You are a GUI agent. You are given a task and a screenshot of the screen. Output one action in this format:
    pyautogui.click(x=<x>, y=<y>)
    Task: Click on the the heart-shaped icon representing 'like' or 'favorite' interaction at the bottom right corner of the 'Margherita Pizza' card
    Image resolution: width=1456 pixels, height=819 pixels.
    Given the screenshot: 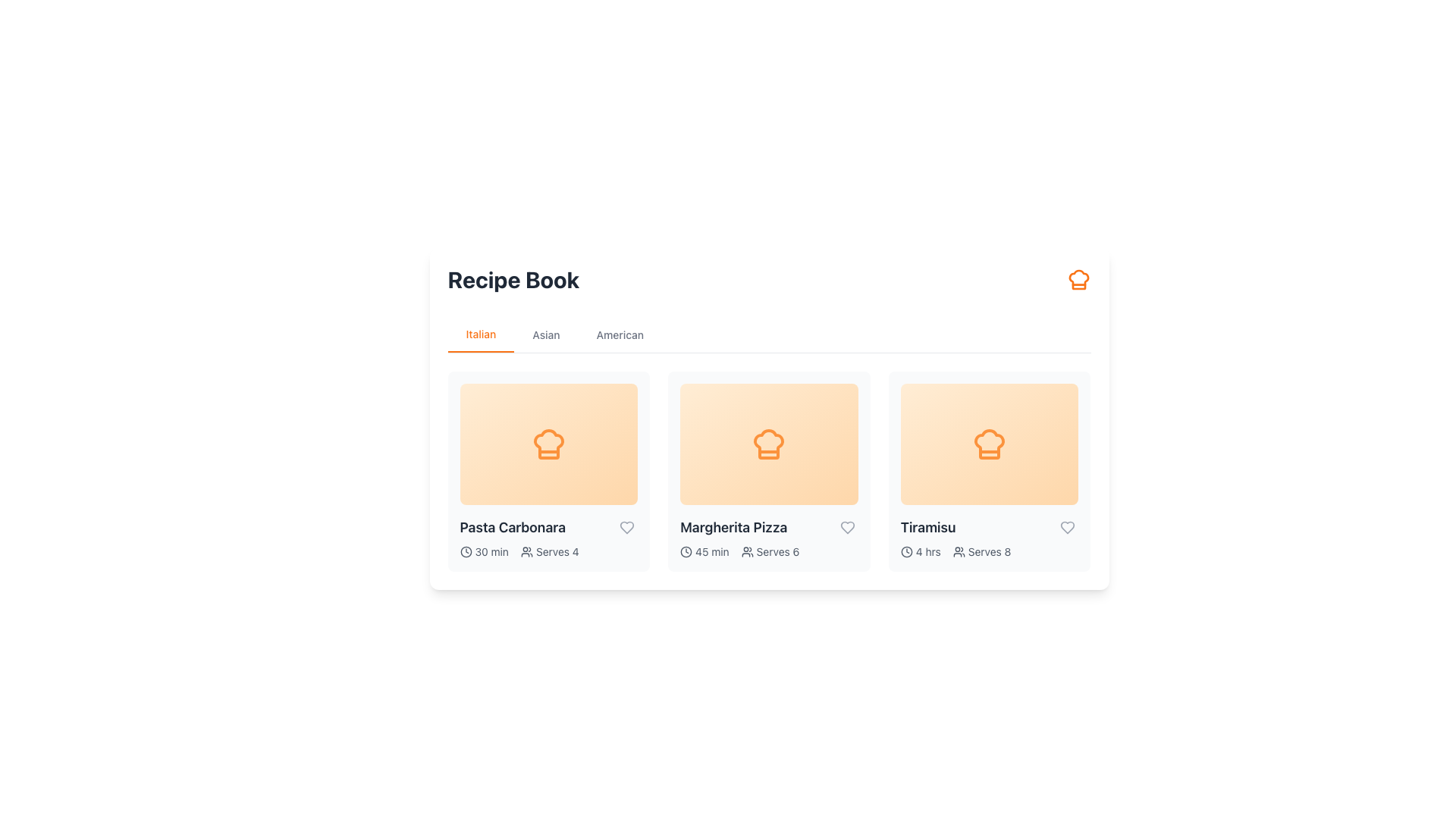 What is the action you would take?
    pyautogui.click(x=846, y=526)
    